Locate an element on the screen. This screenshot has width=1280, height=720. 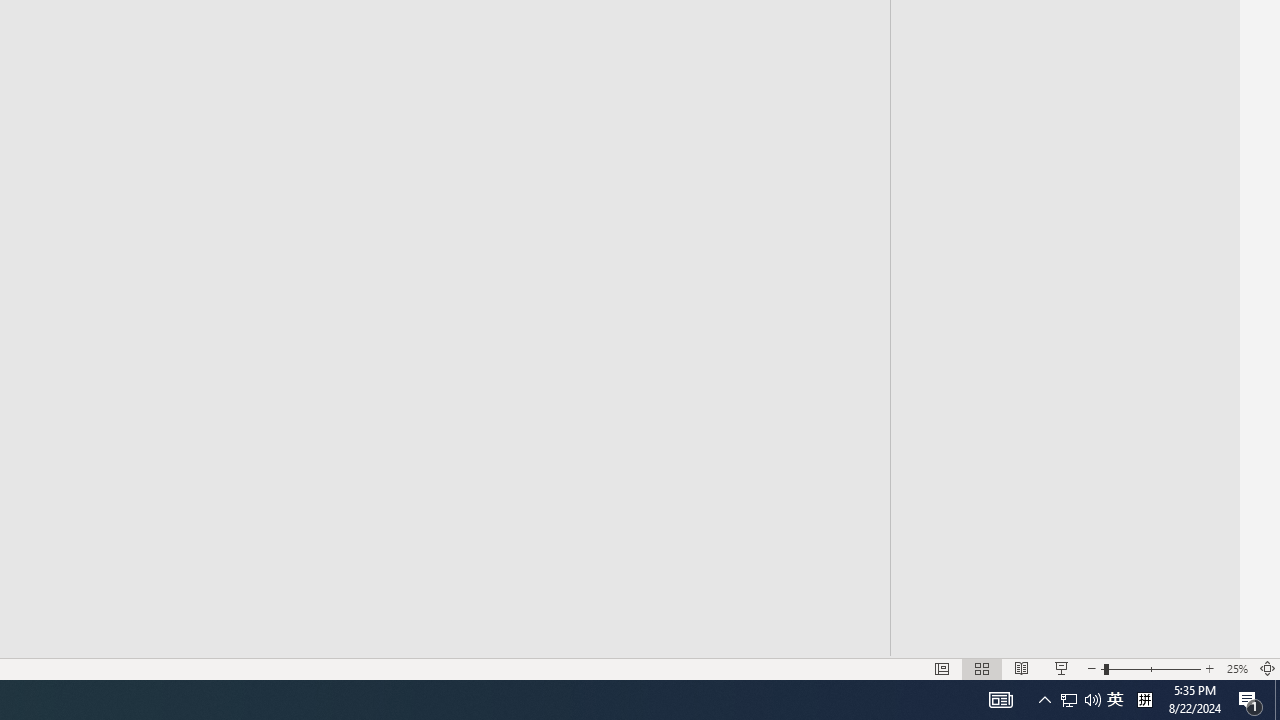
'Zoom 25%' is located at coordinates (1236, 669).